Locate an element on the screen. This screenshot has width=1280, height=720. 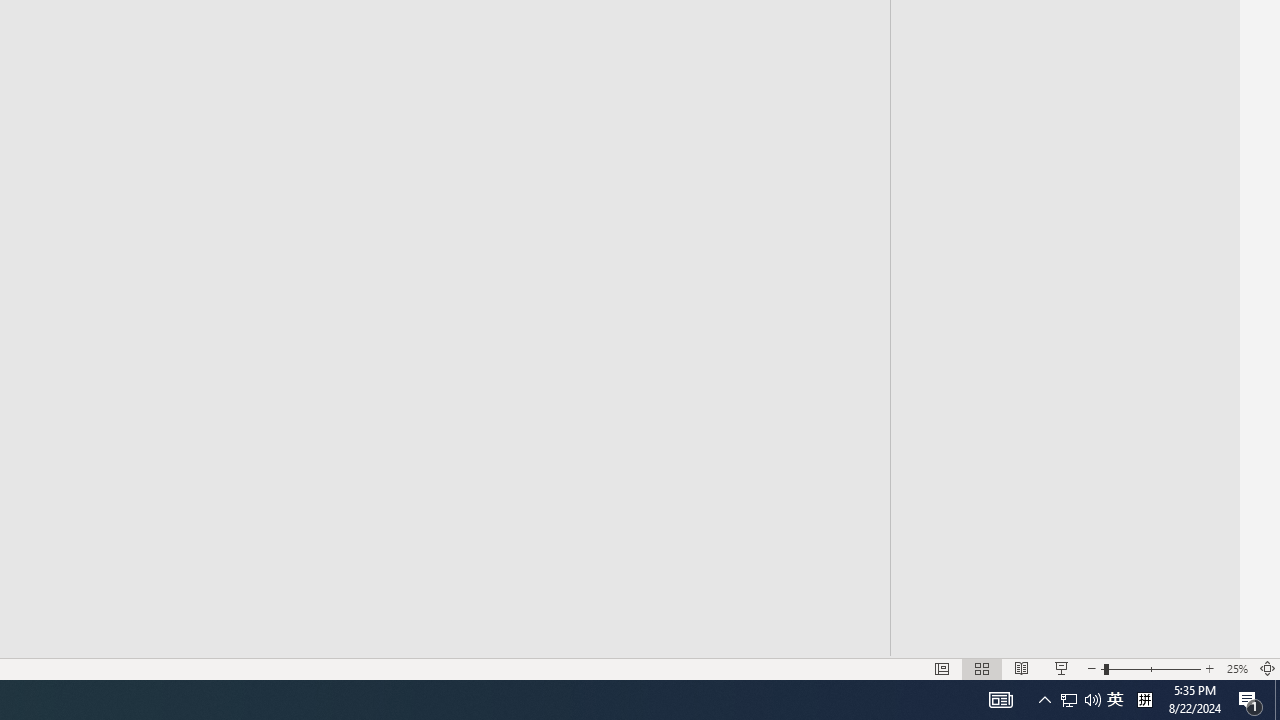
'Zoom 25%' is located at coordinates (1236, 669).